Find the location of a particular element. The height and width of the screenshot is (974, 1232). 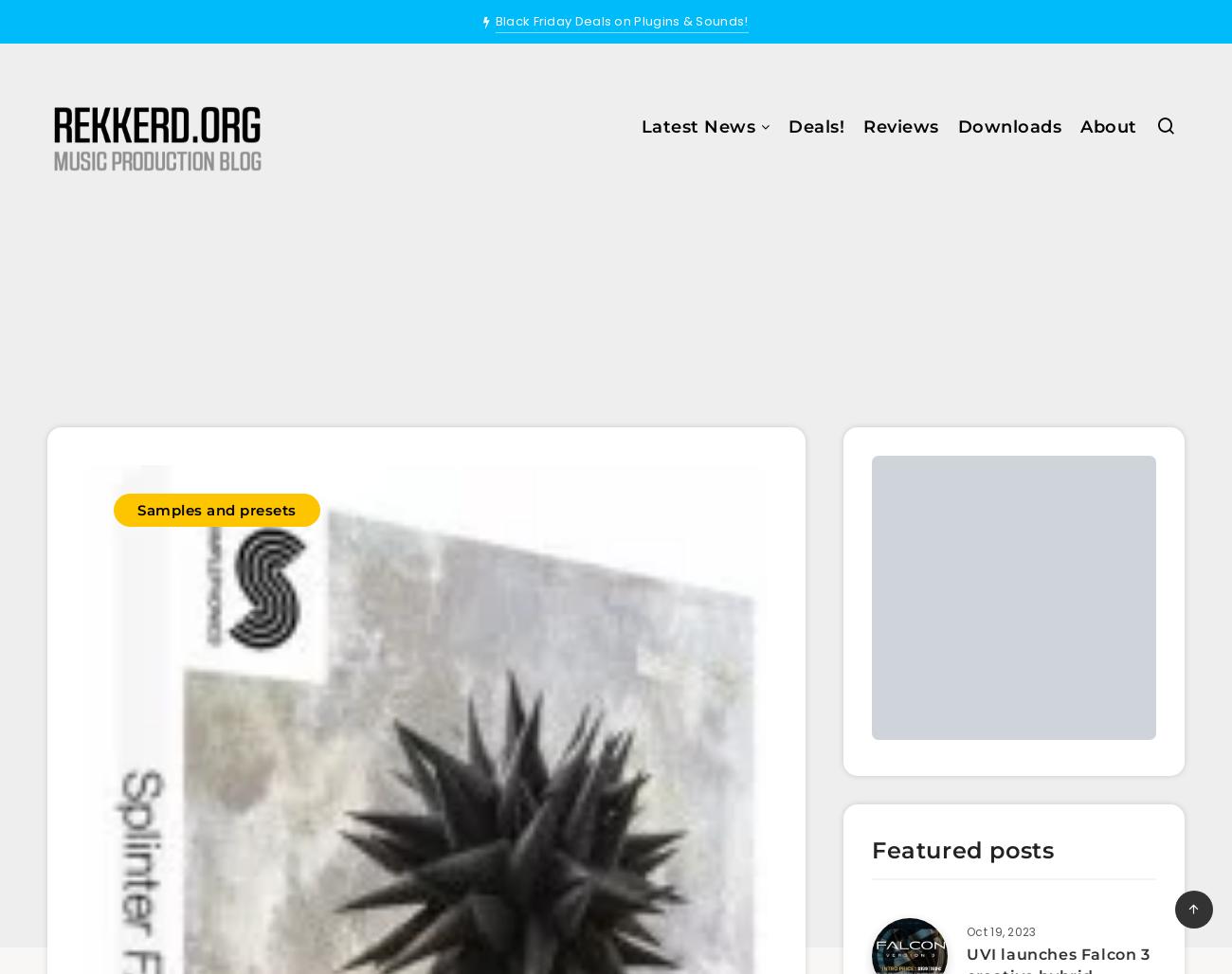

'All News' is located at coordinates (554, 182).